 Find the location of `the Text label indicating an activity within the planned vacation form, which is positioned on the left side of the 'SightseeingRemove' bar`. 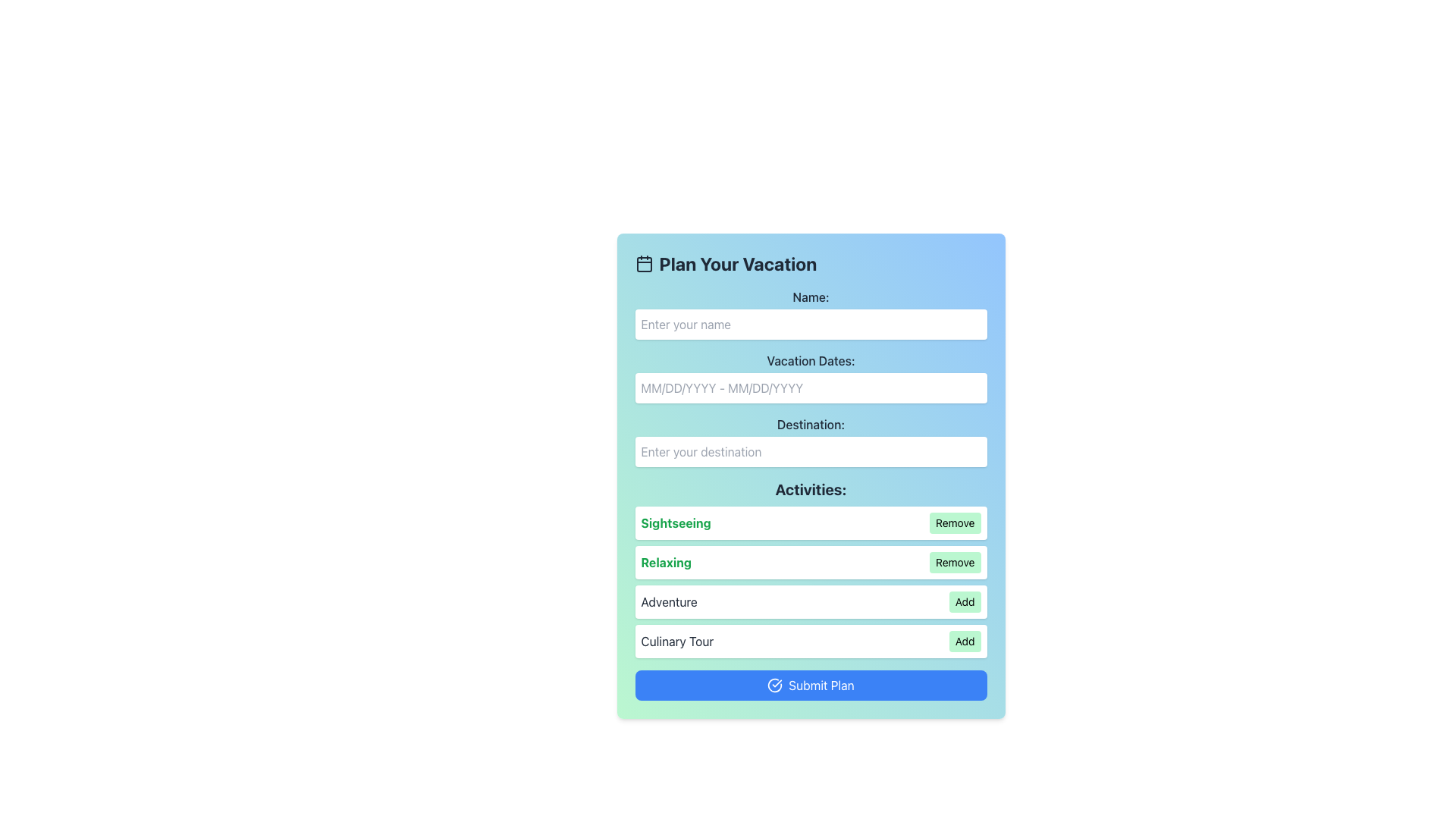

the Text label indicating an activity within the planned vacation form, which is positioned on the left side of the 'SightseeingRemove' bar is located at coordinates (675, 522).